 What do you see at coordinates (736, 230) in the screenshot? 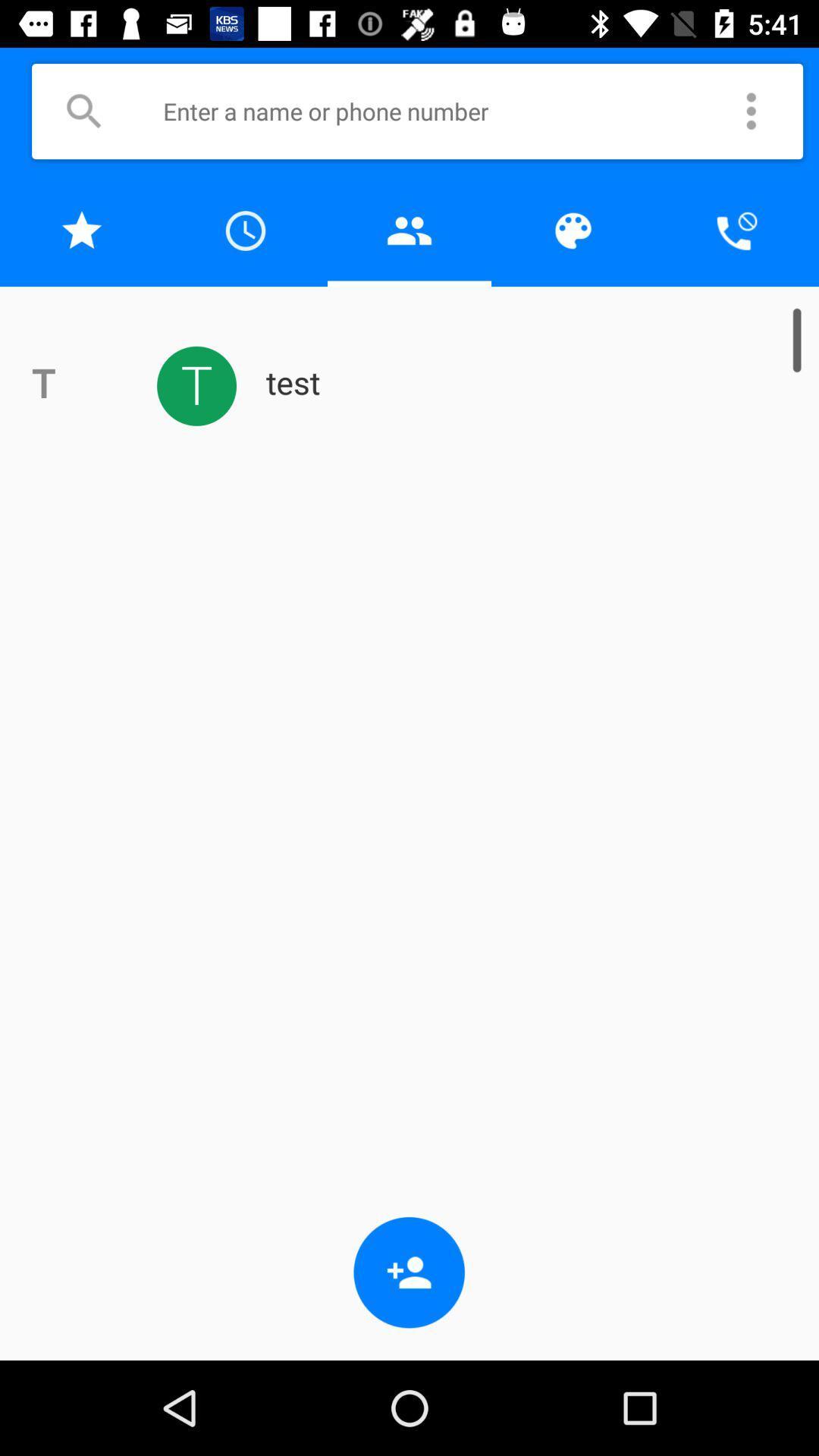
I see `the icon above test` at bounding box center [736, 230].